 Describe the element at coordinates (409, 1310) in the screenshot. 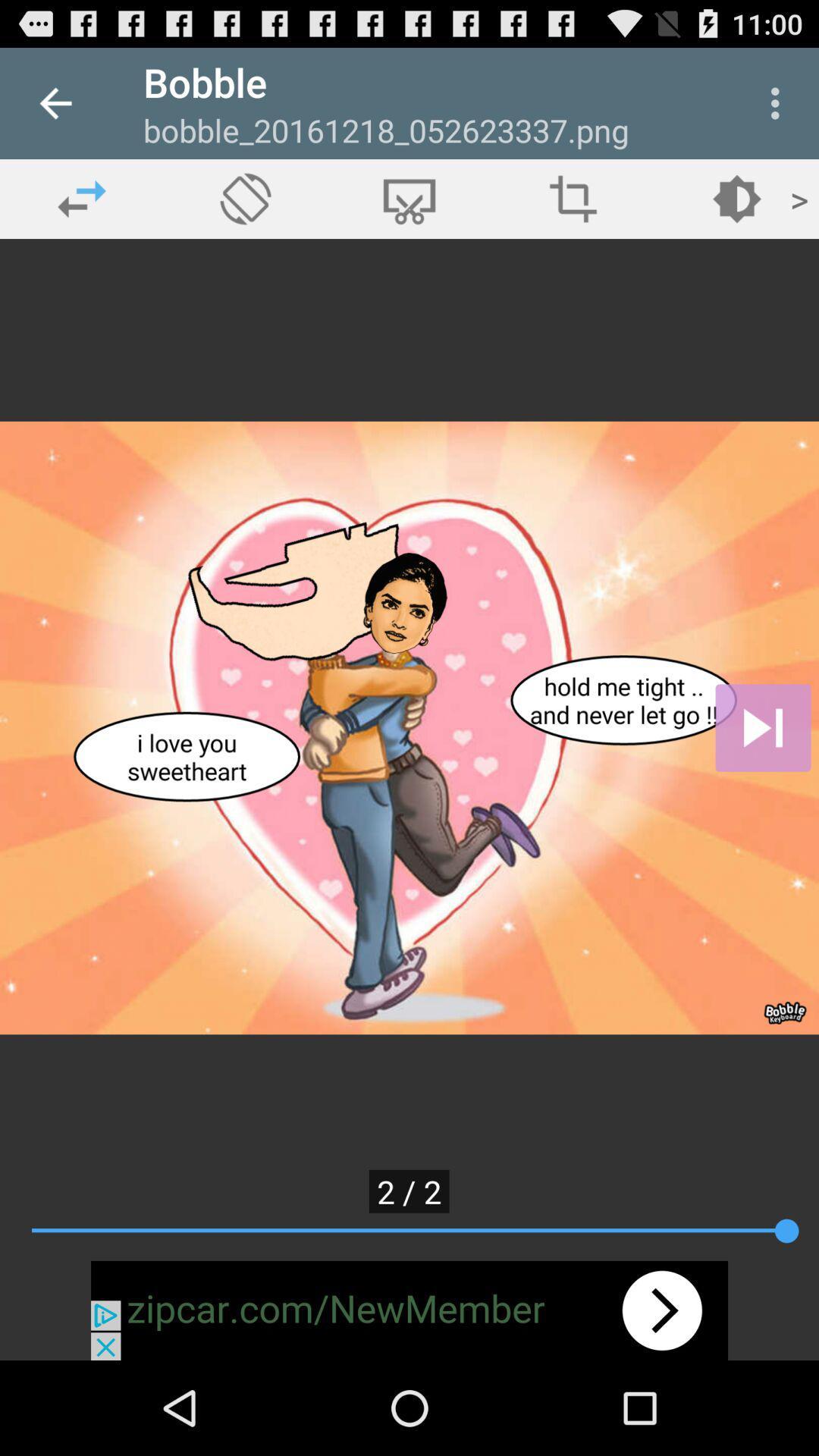

I see `advertisiment advertisement` at that location.